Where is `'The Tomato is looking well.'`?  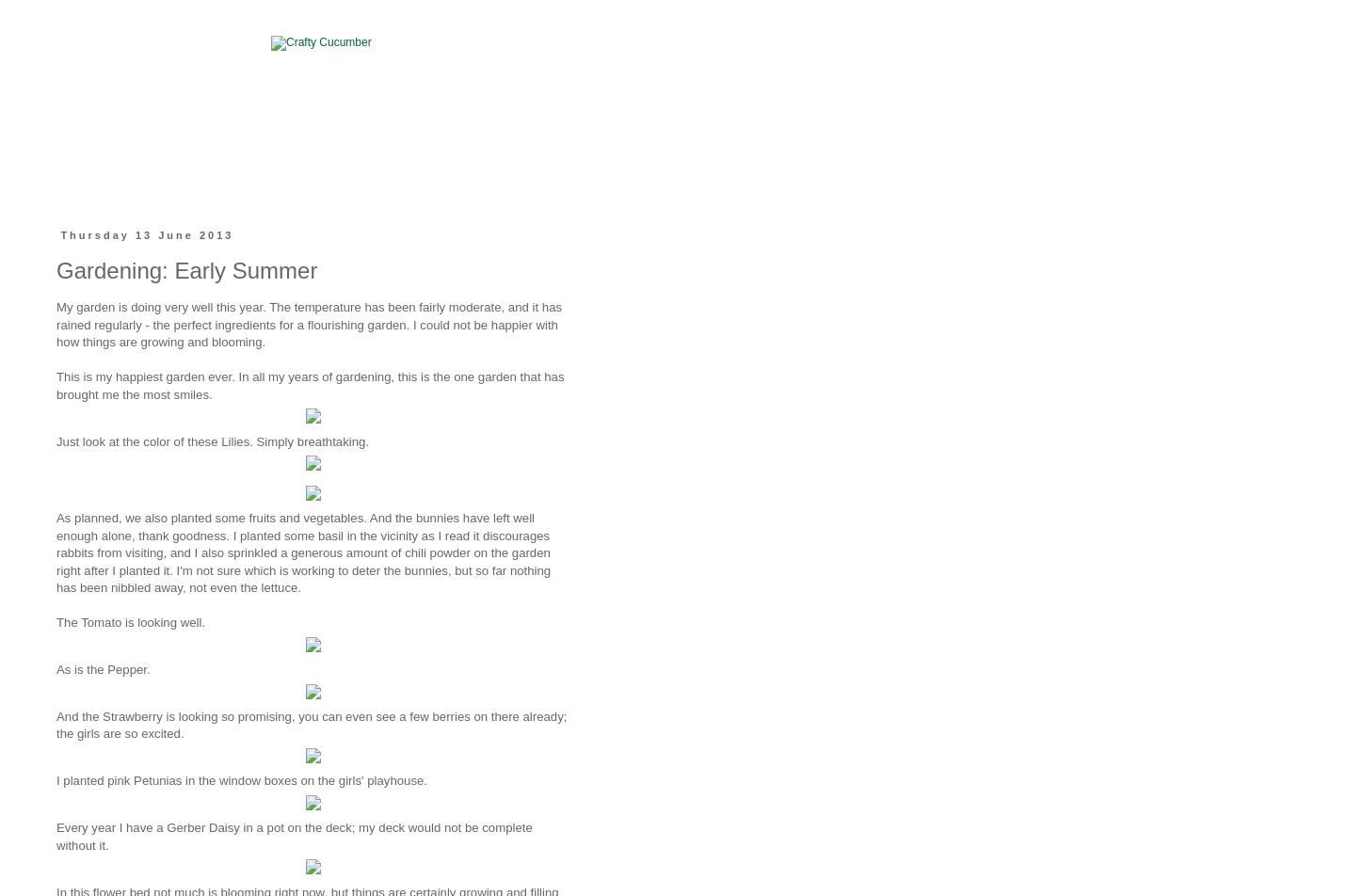
'The Tomato is looking well.' is located at coordinates (130, 622).